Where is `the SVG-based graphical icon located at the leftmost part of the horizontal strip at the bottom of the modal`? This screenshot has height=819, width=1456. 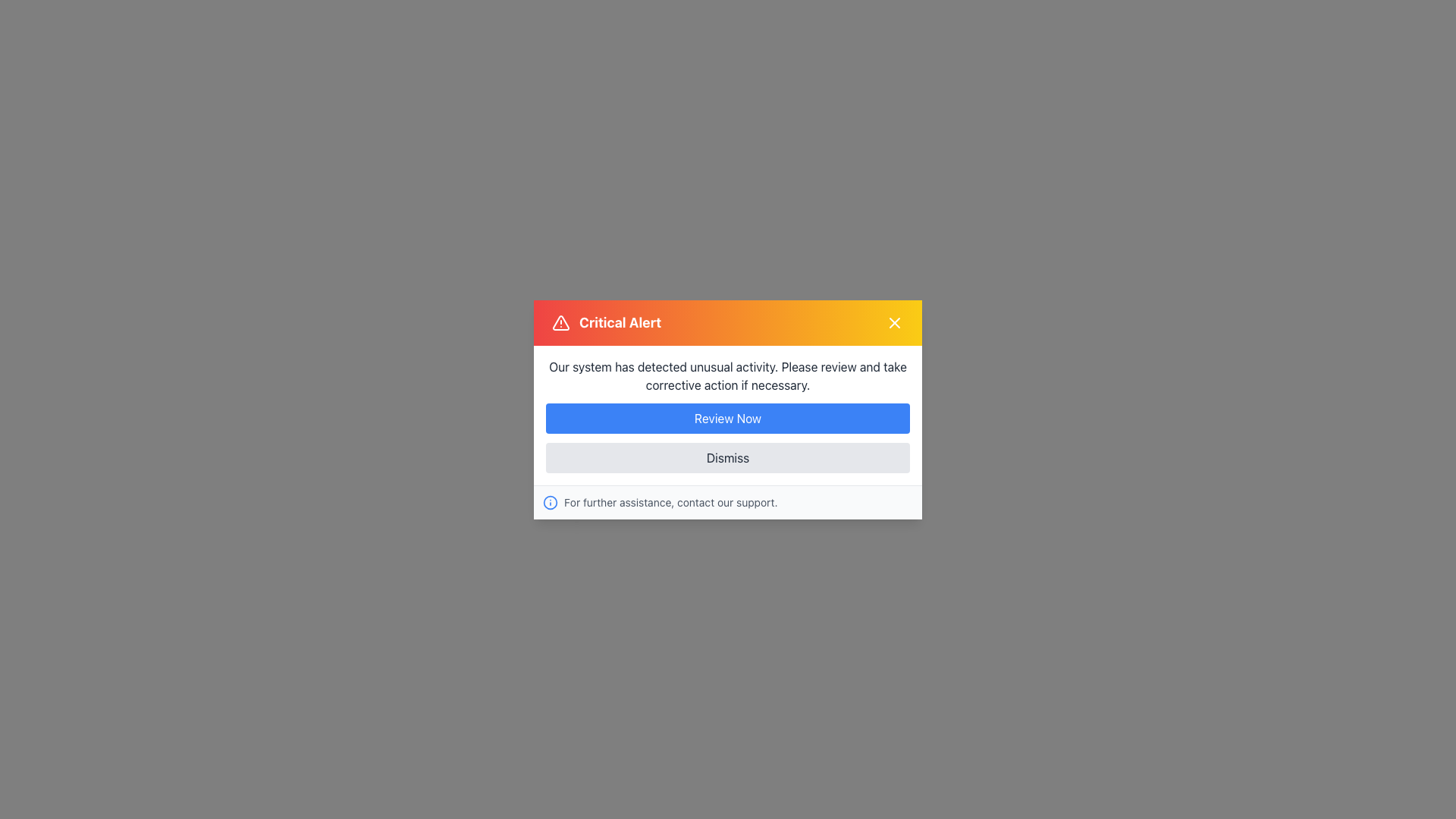
the SVG-based graphical icon located at the leftmost part of the horizontal strip at the bottom of the modal is located at coordinates (549, 502).